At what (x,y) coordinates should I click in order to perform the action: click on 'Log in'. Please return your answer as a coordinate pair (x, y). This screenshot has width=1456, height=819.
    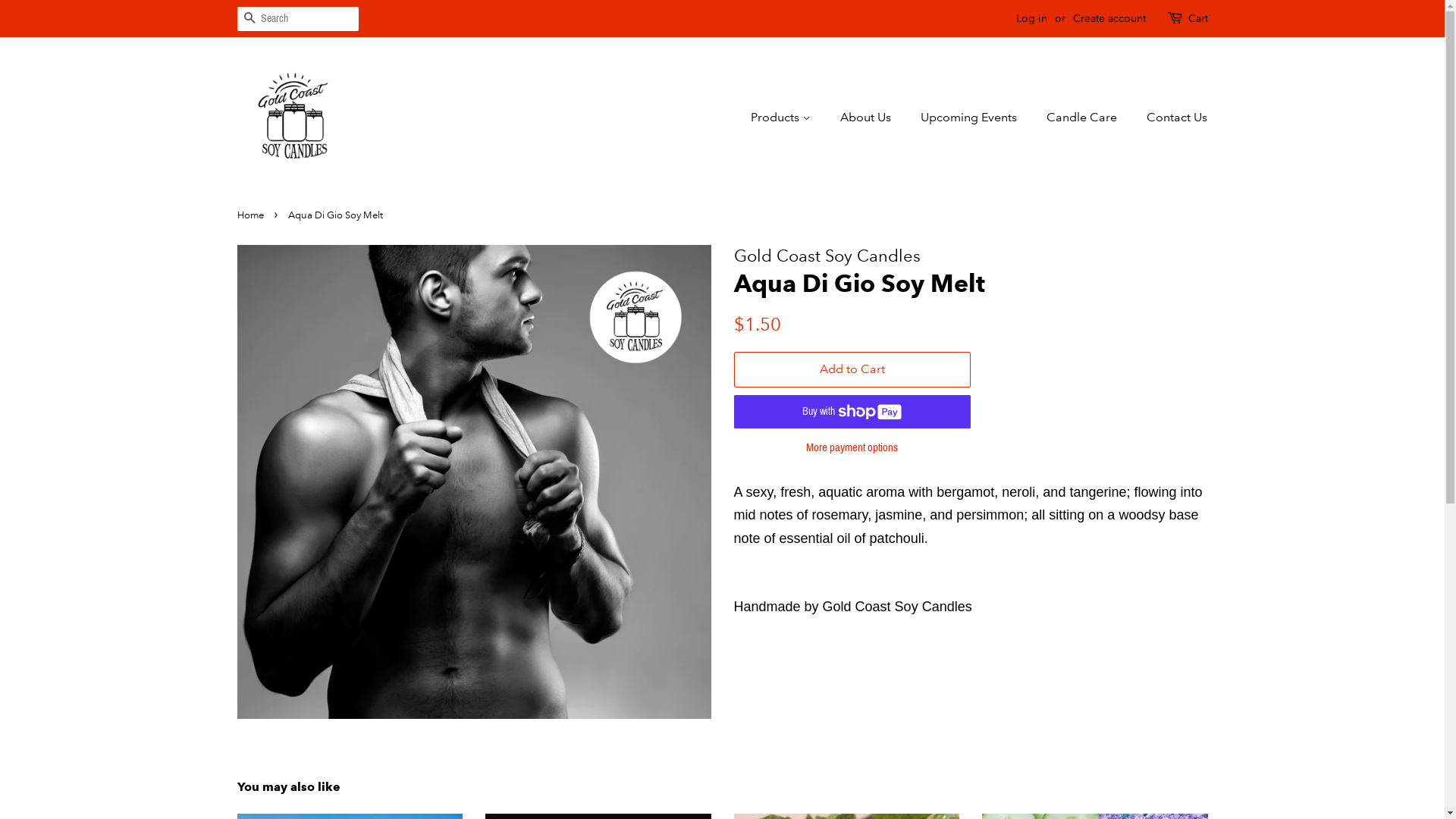
    Looking at the image, I should click on (1031, 17).